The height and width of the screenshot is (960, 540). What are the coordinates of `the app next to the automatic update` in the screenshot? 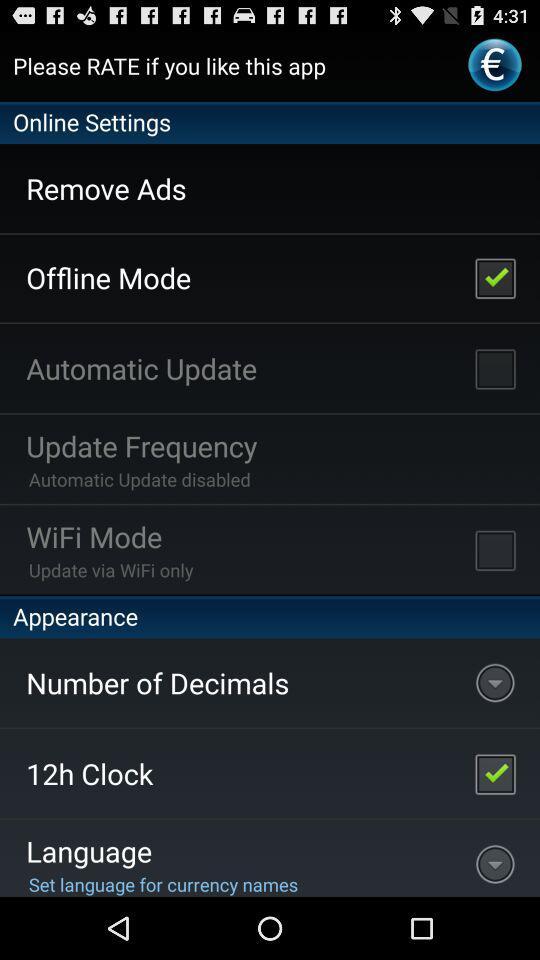 It's located at (494, 367).